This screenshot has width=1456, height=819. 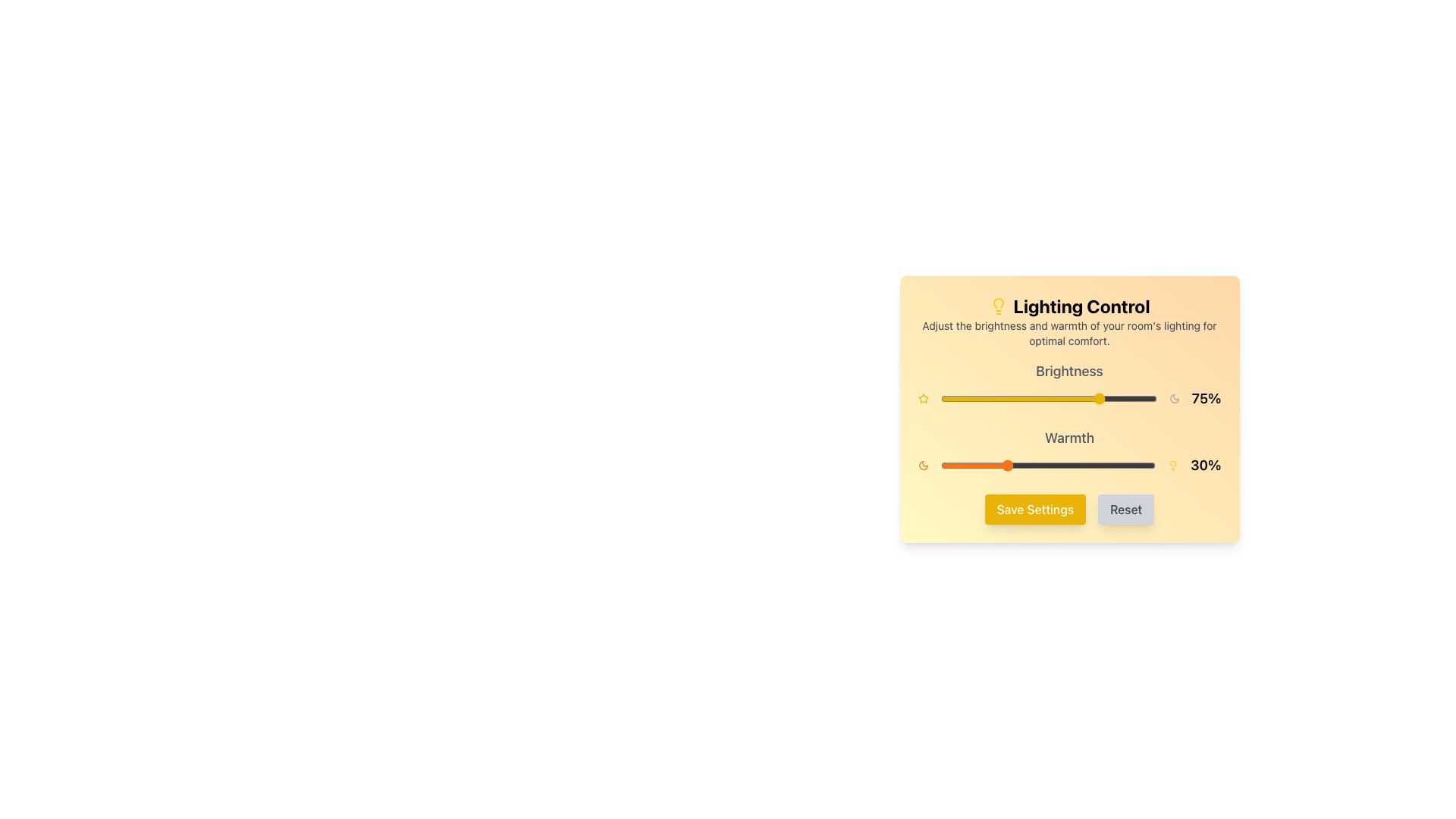 What do you see at coordinates (1068, 332) in the screenshot?
I see `the muted gray Text Label located below the 'Lighting Control' heading in the interface` at bounding box center [1068, 332].